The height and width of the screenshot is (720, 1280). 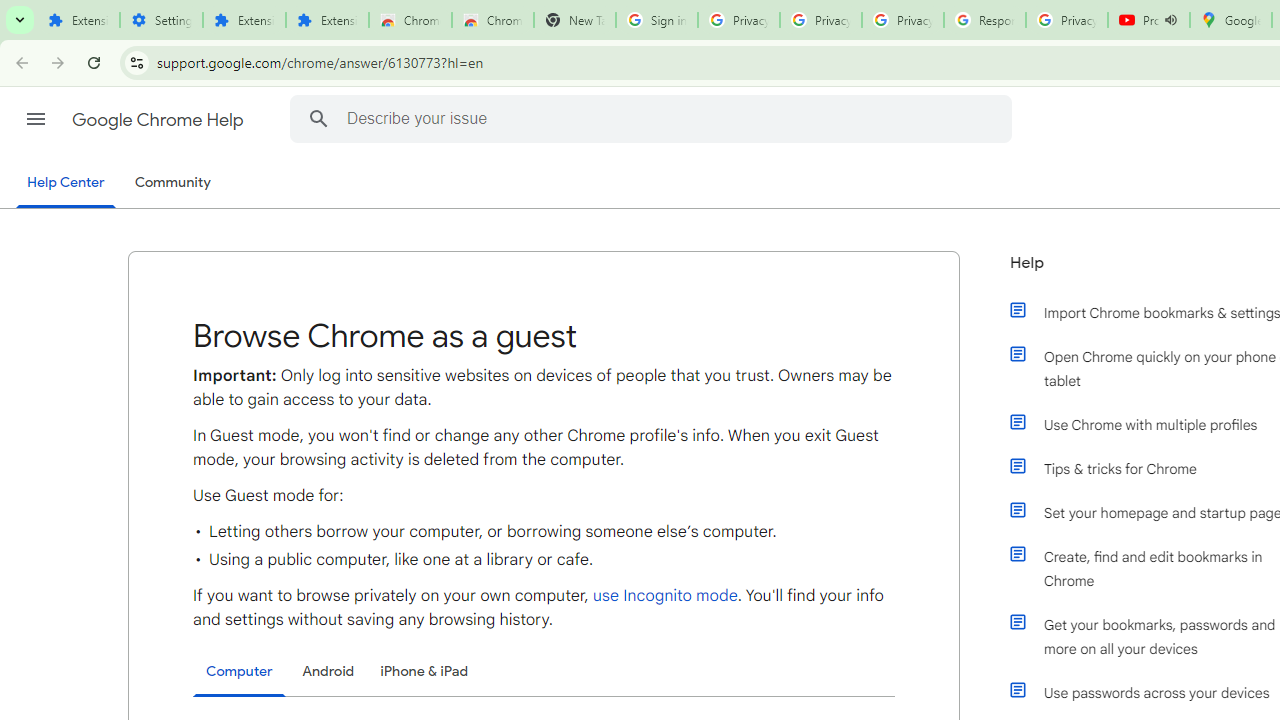 What do you see at coordinates (654, 118) in the screenshot?
I see `'Describe your issue'` at bounding box center [654, 118].